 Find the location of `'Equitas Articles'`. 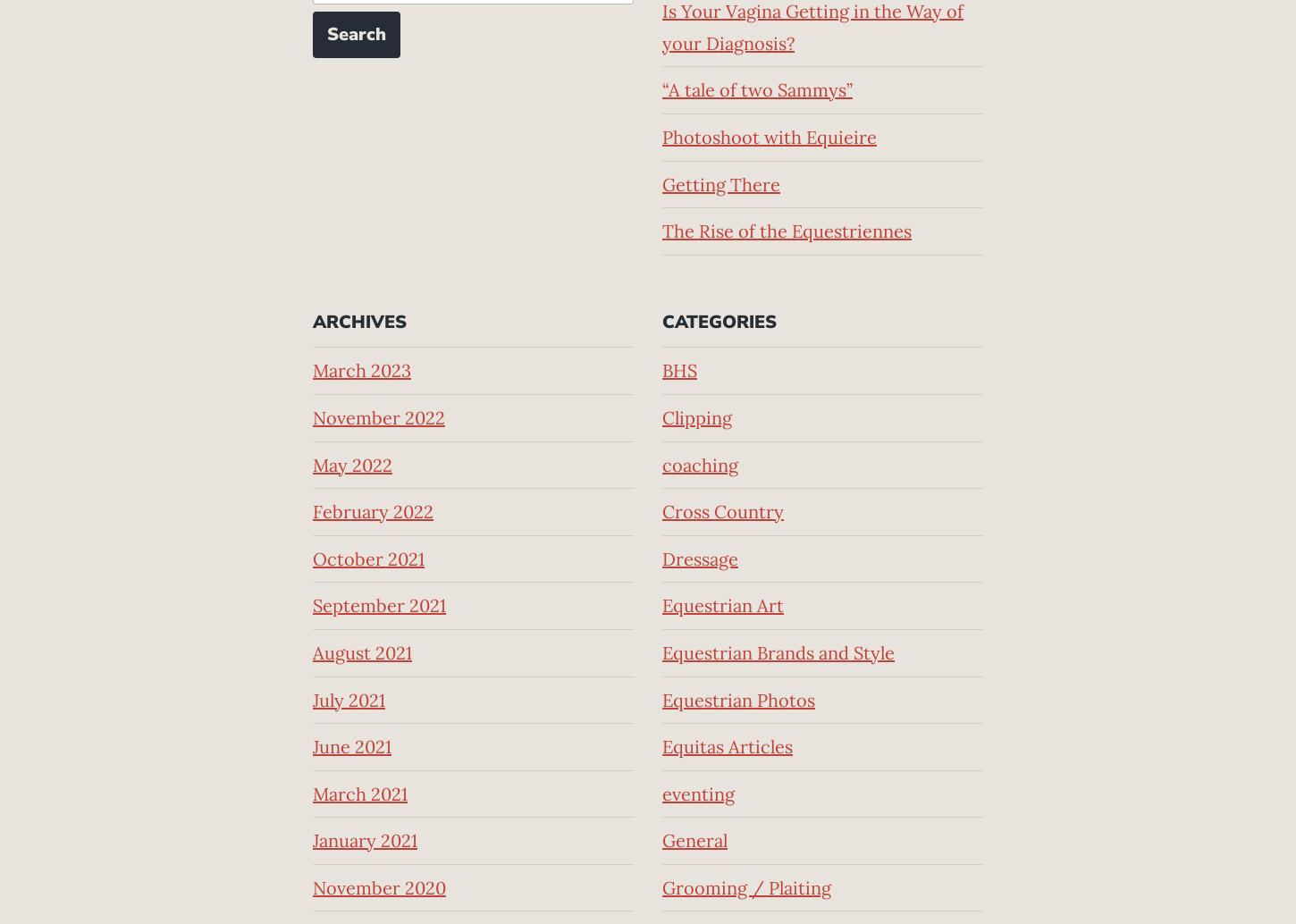

'Equitas Articles' is located at coordinates (728, 745).